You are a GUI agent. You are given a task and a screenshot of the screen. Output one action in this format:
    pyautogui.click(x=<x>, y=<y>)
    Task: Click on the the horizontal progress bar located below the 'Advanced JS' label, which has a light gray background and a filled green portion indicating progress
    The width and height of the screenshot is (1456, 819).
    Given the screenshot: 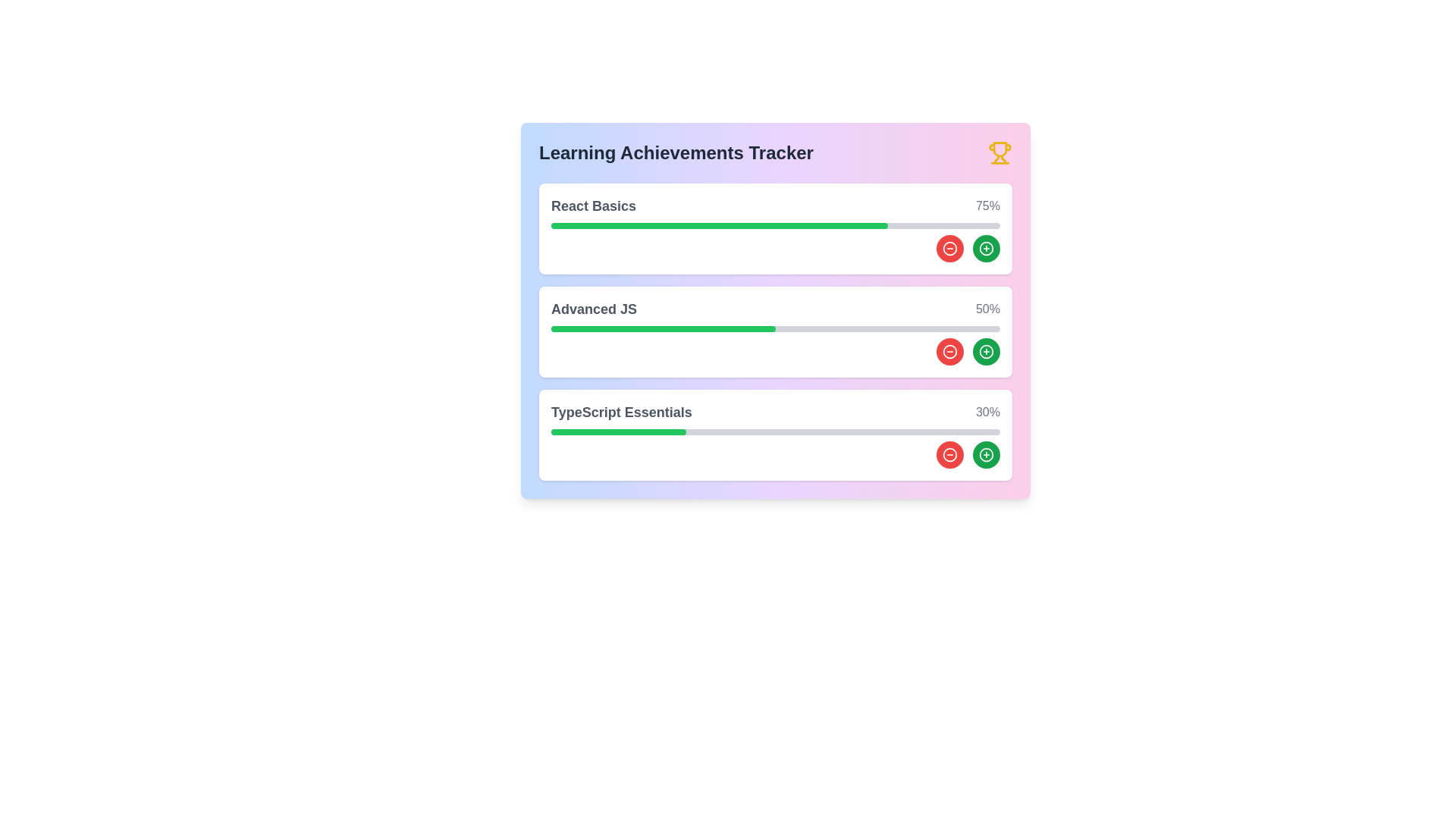 What is the action you would take?
    pyautogui.click(x=775, y=328)
    